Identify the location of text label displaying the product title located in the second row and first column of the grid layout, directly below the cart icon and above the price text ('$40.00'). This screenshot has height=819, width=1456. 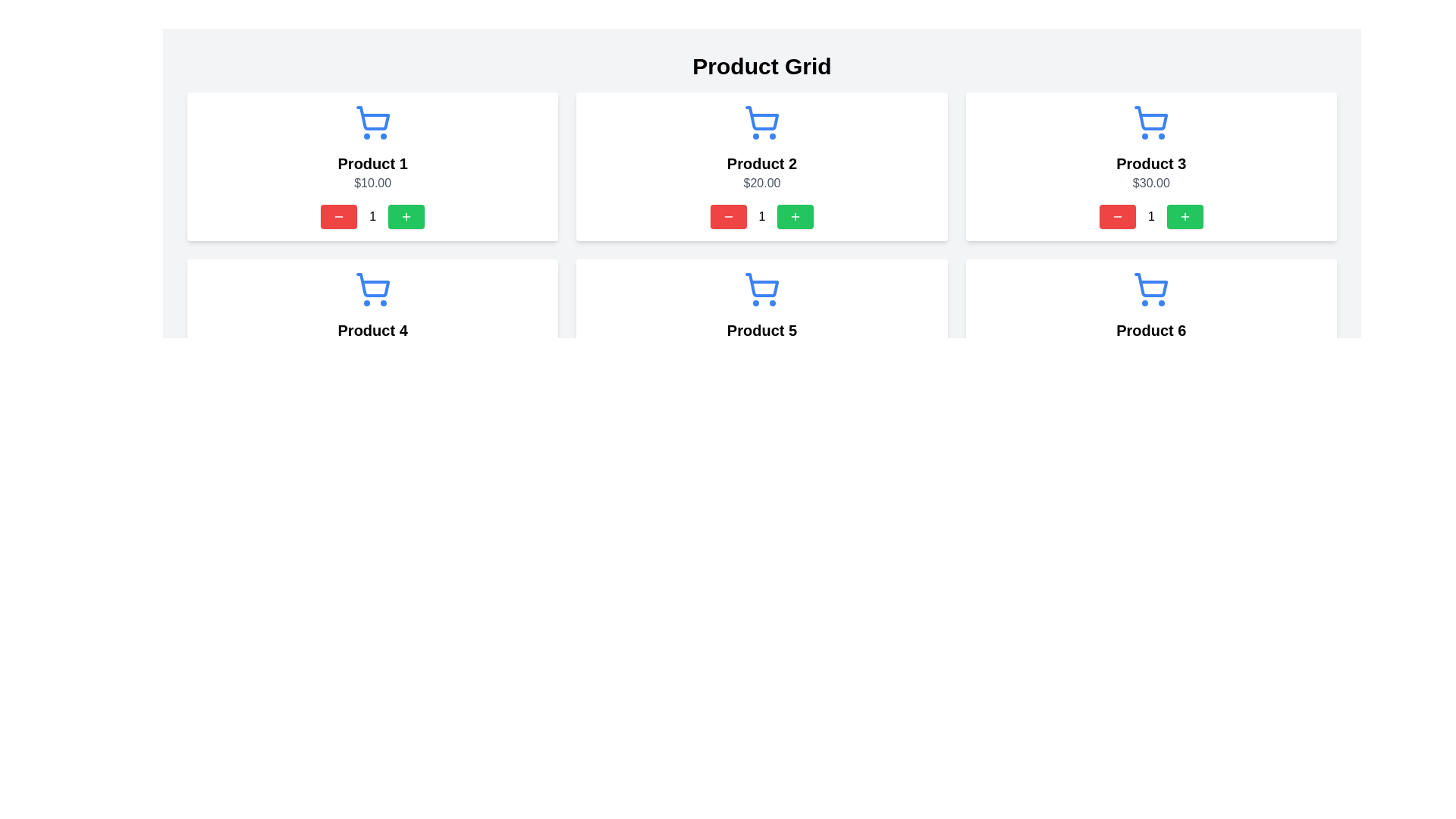
(372, 329).